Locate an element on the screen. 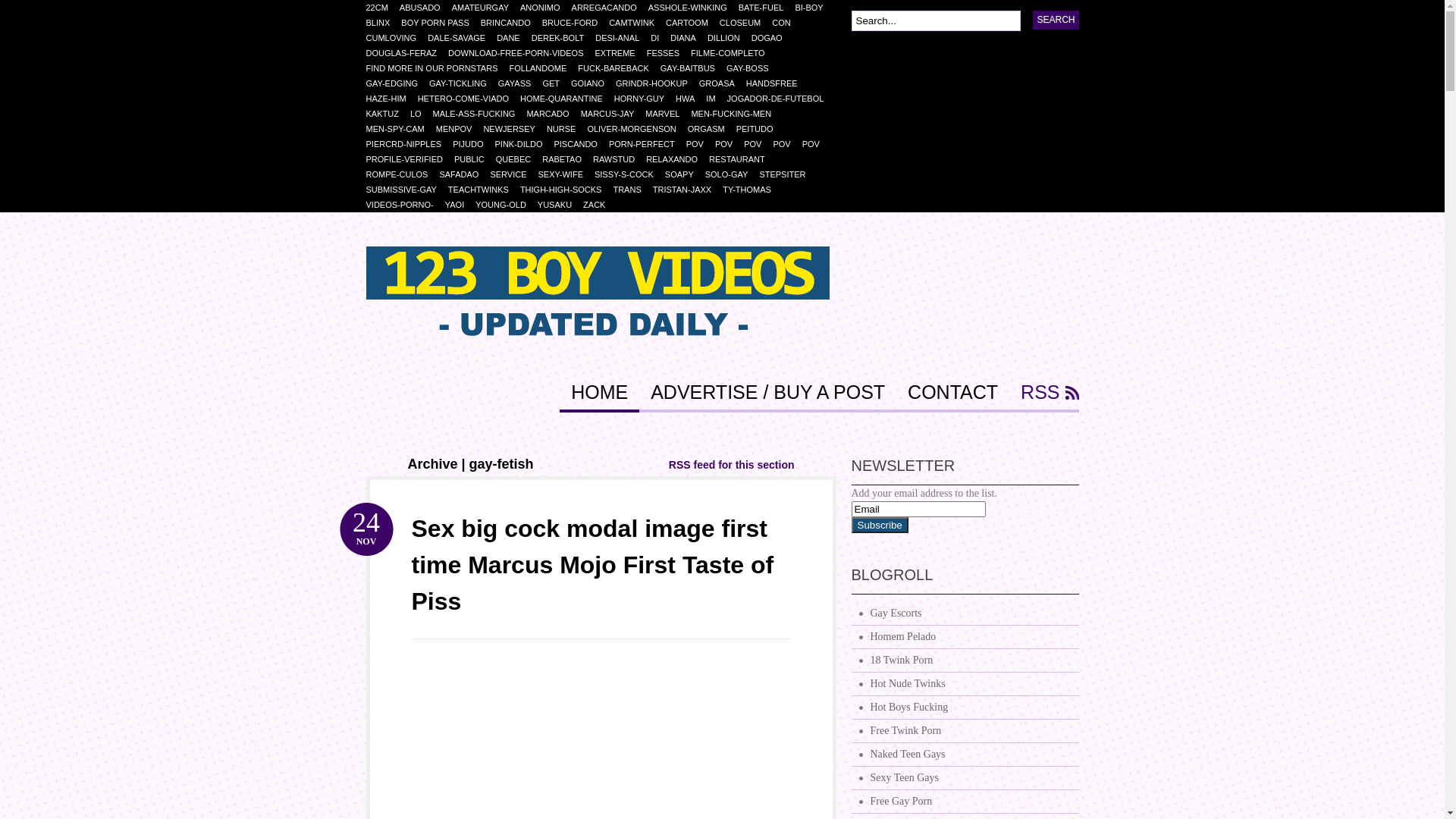 The height and width of the screenshot is (819, 1456). 'PINK-DILDO' is located at coordinates (524, 143).